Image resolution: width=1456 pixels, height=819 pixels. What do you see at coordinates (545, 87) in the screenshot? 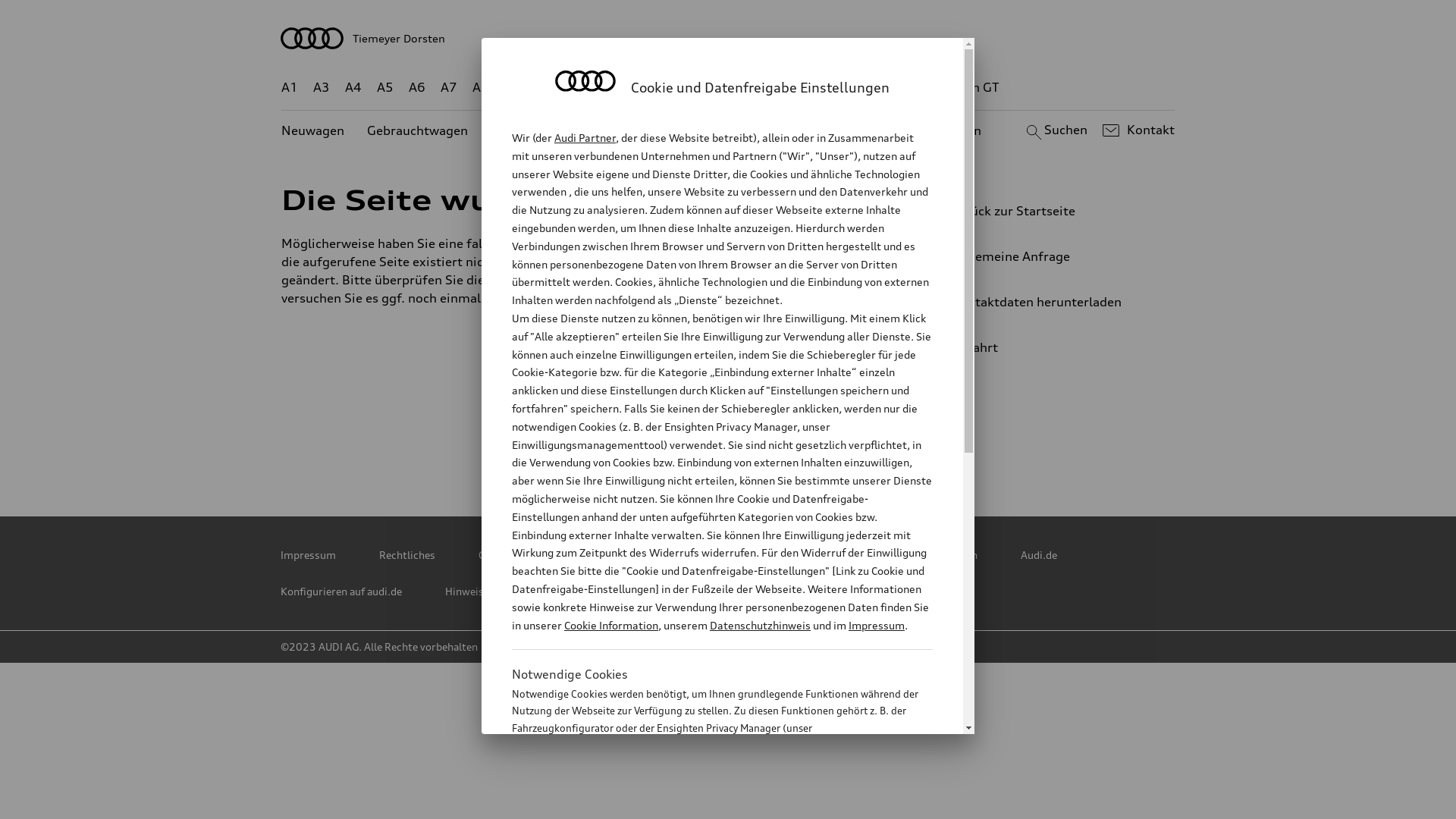
I see `'Q3'` at bounding box center [545, 87].